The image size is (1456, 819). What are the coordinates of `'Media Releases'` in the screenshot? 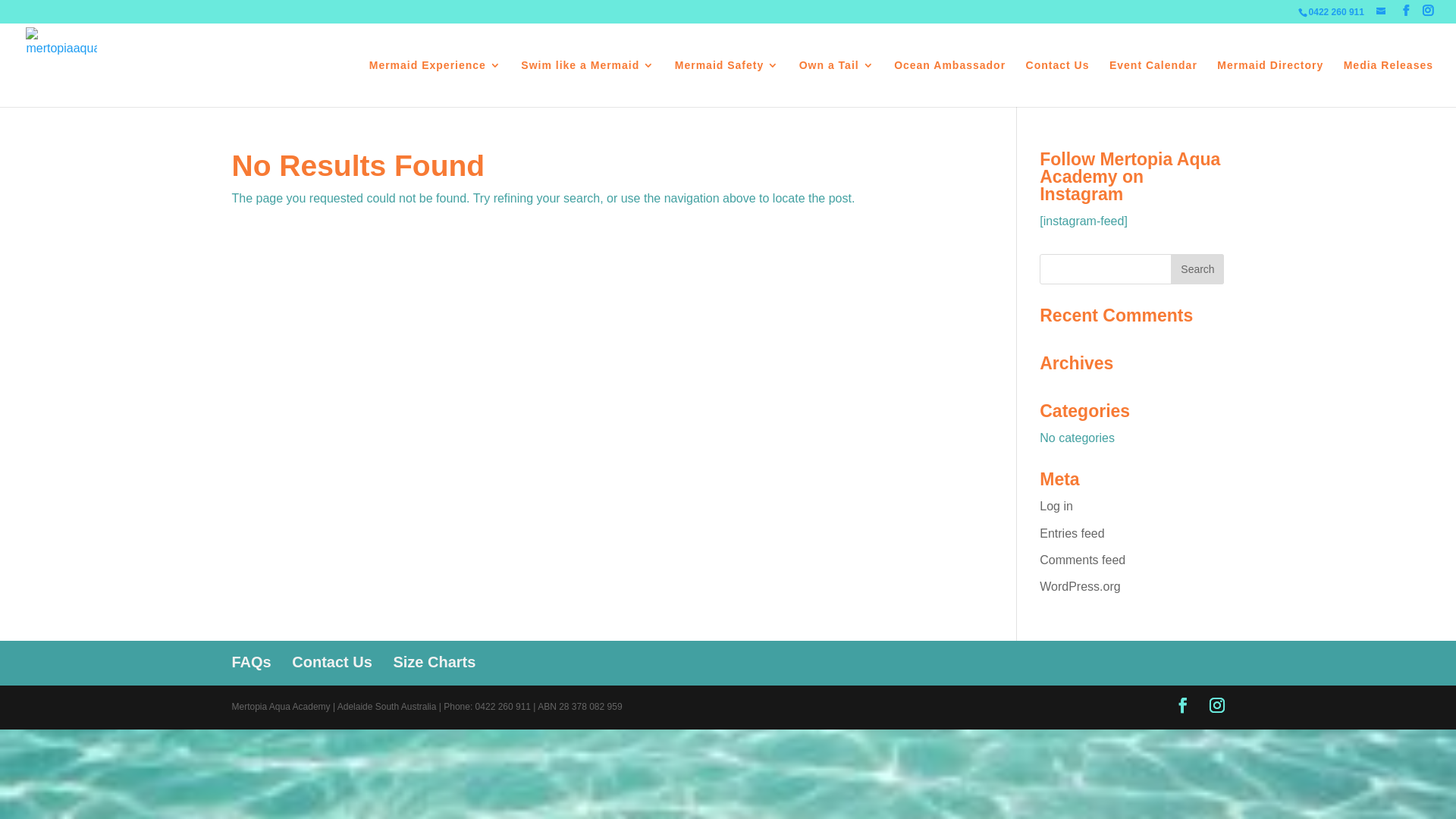 It's located at (1388, 83).